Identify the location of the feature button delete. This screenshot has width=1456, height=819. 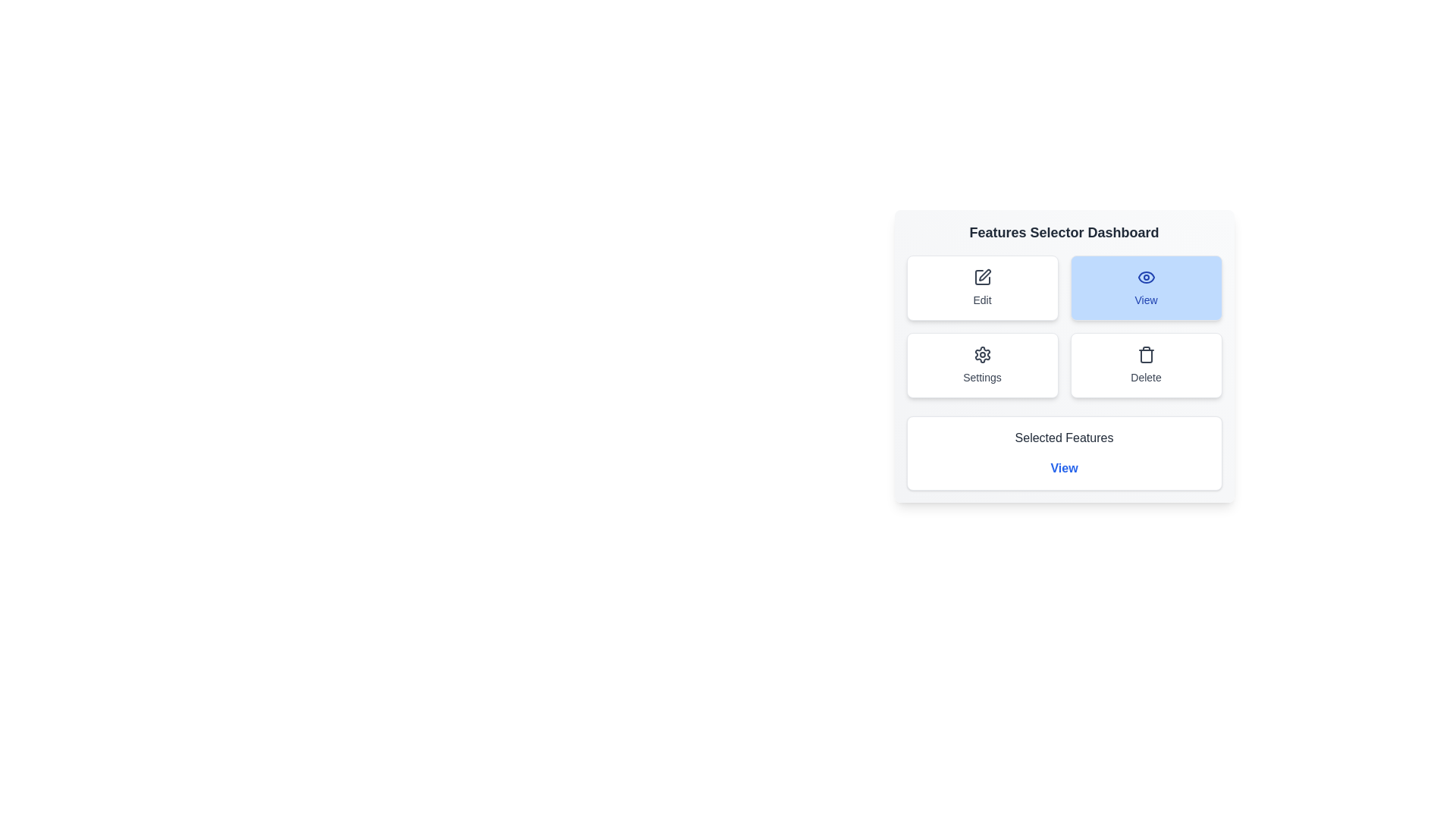
(1146, 366).